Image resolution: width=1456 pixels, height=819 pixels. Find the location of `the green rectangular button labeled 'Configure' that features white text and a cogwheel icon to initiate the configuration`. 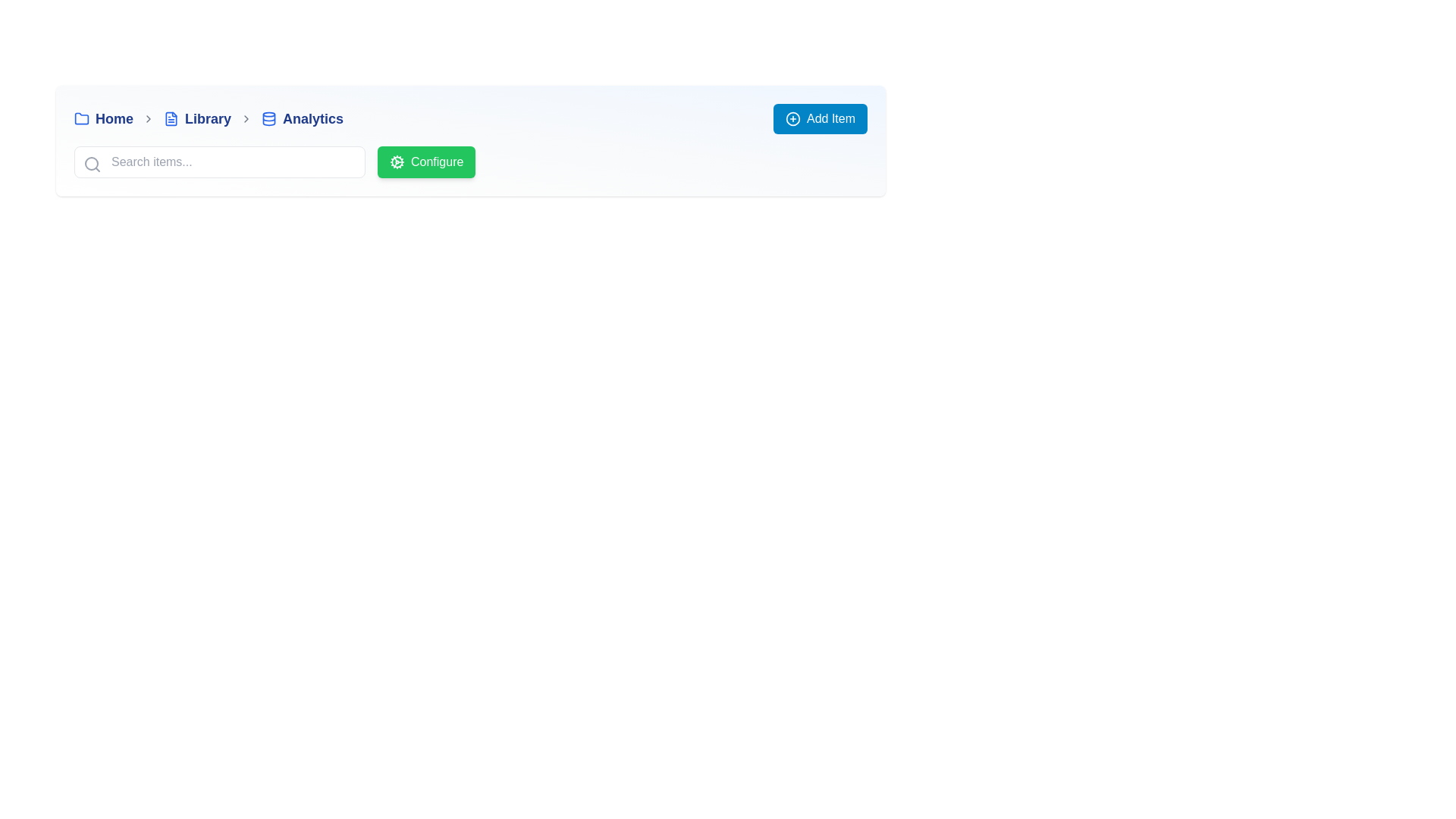

the green rectangular button labeled 'Configure' that features white text and a cogwheel icon to initiate the configuration is located at coordinates (425, 162).